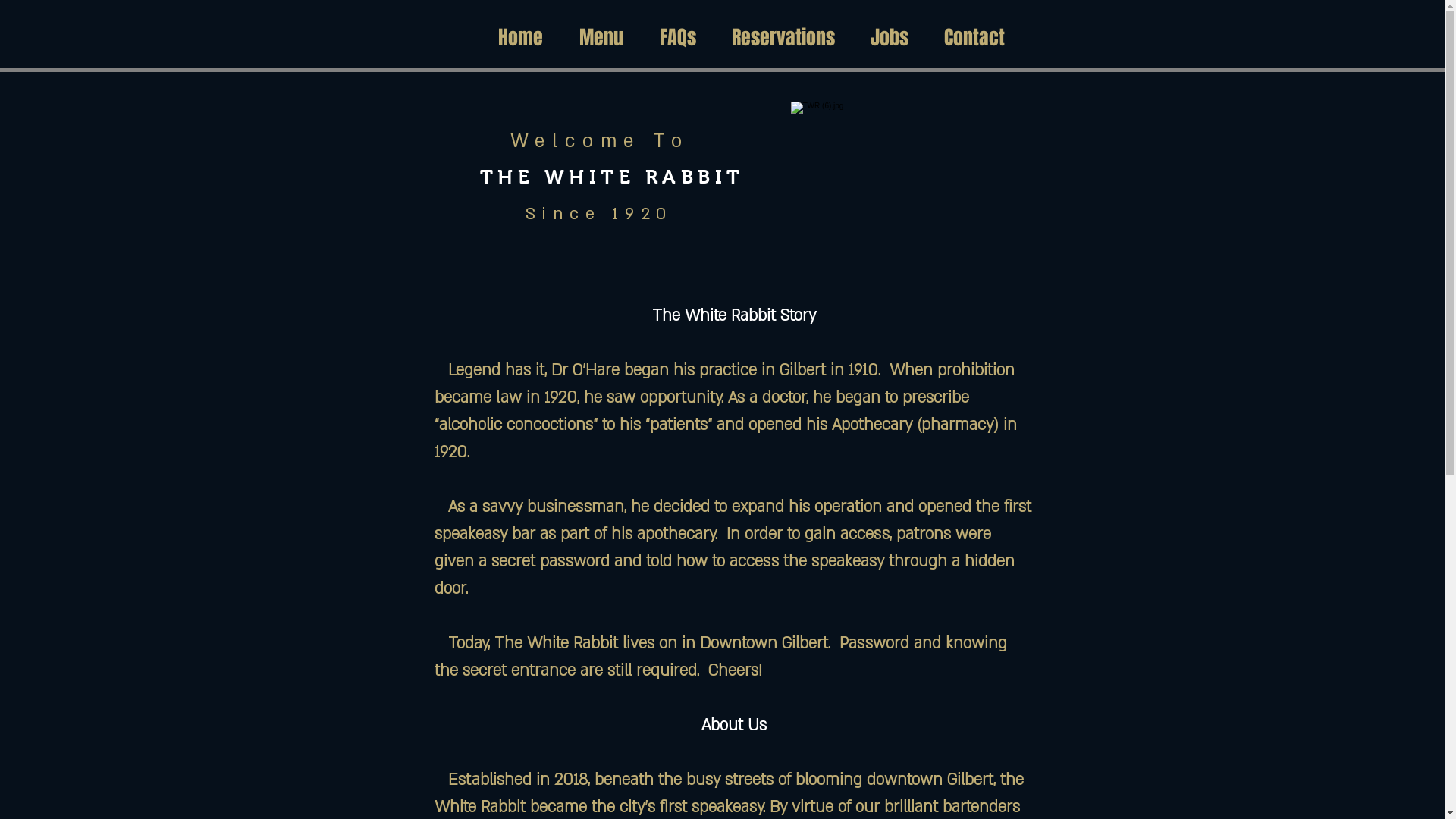  I want to click on 'Contact', so click(926, 37).